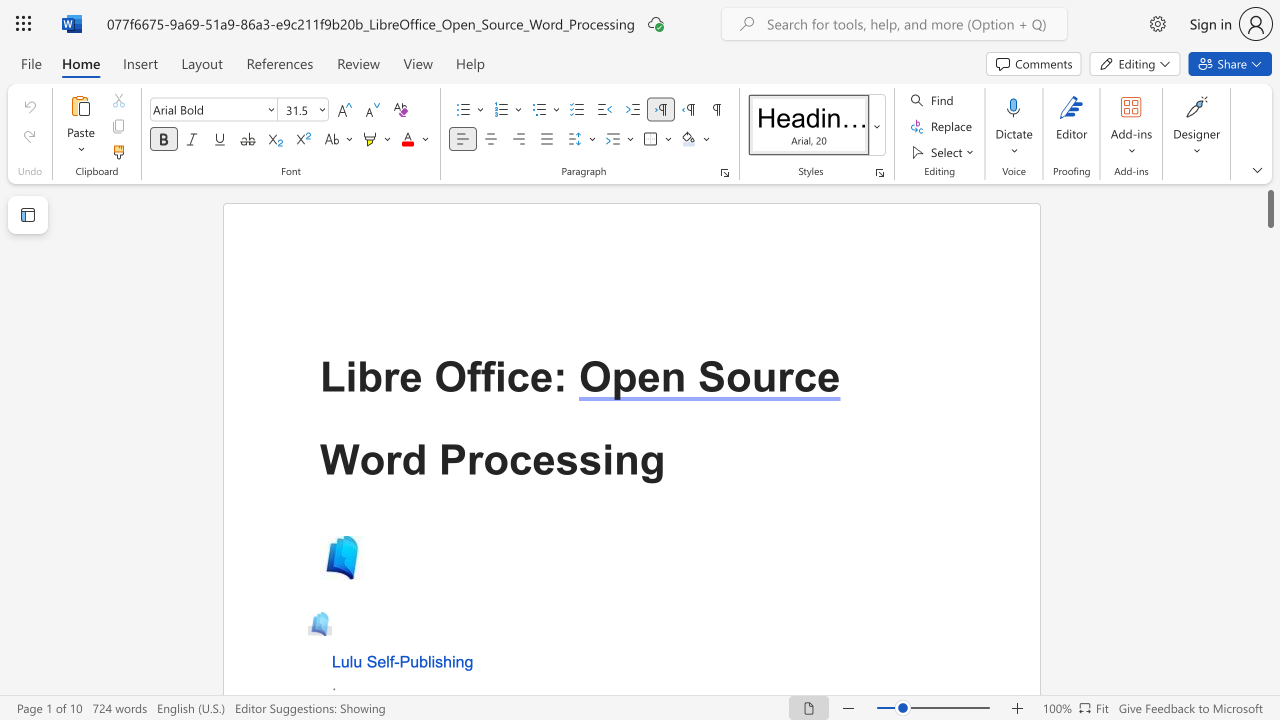 The height and width of the screenshot is (720, 1280). What do you see at coordinates (589, 459) in the screenshot?
I see `the 2th character "s" in the text` at bounding box center [589, 459].